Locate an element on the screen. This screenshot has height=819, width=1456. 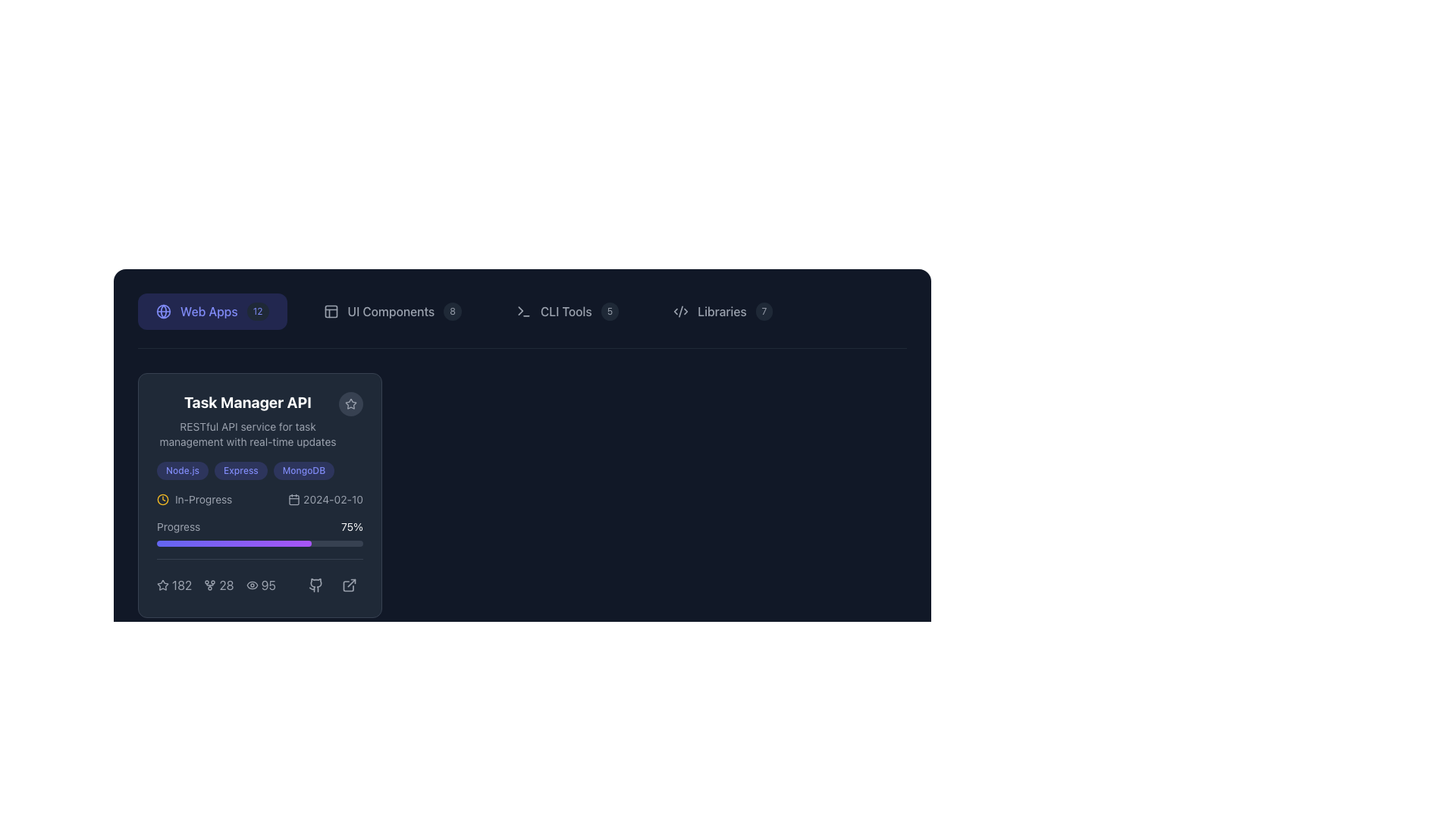
the interactive menu button for 'UI Components' located between the 'Web Apps' button and the 'CLI Tools' button is located at coordinates (392, 311).